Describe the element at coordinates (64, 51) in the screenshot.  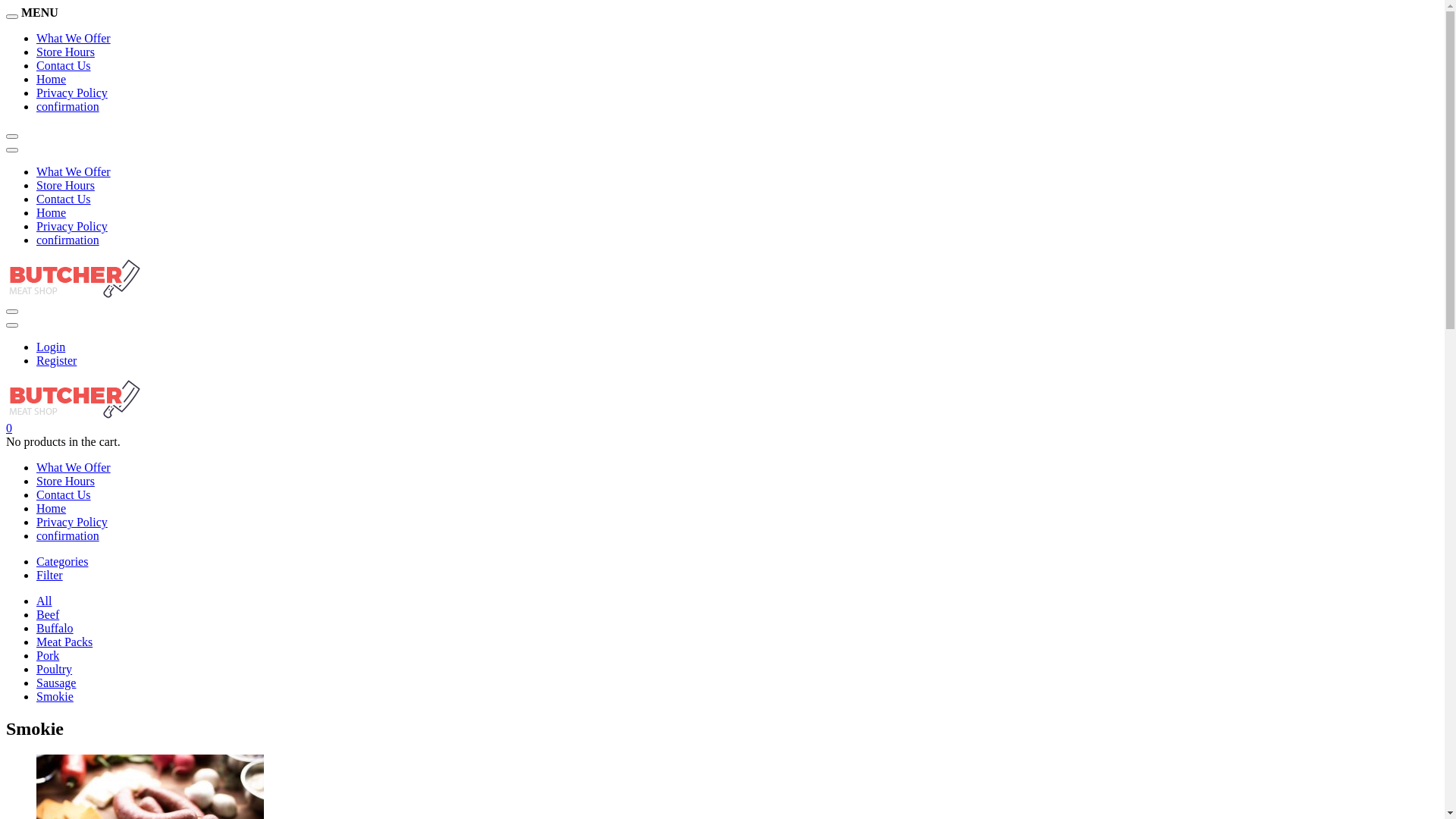
I see `'Store Hours'` at that location.